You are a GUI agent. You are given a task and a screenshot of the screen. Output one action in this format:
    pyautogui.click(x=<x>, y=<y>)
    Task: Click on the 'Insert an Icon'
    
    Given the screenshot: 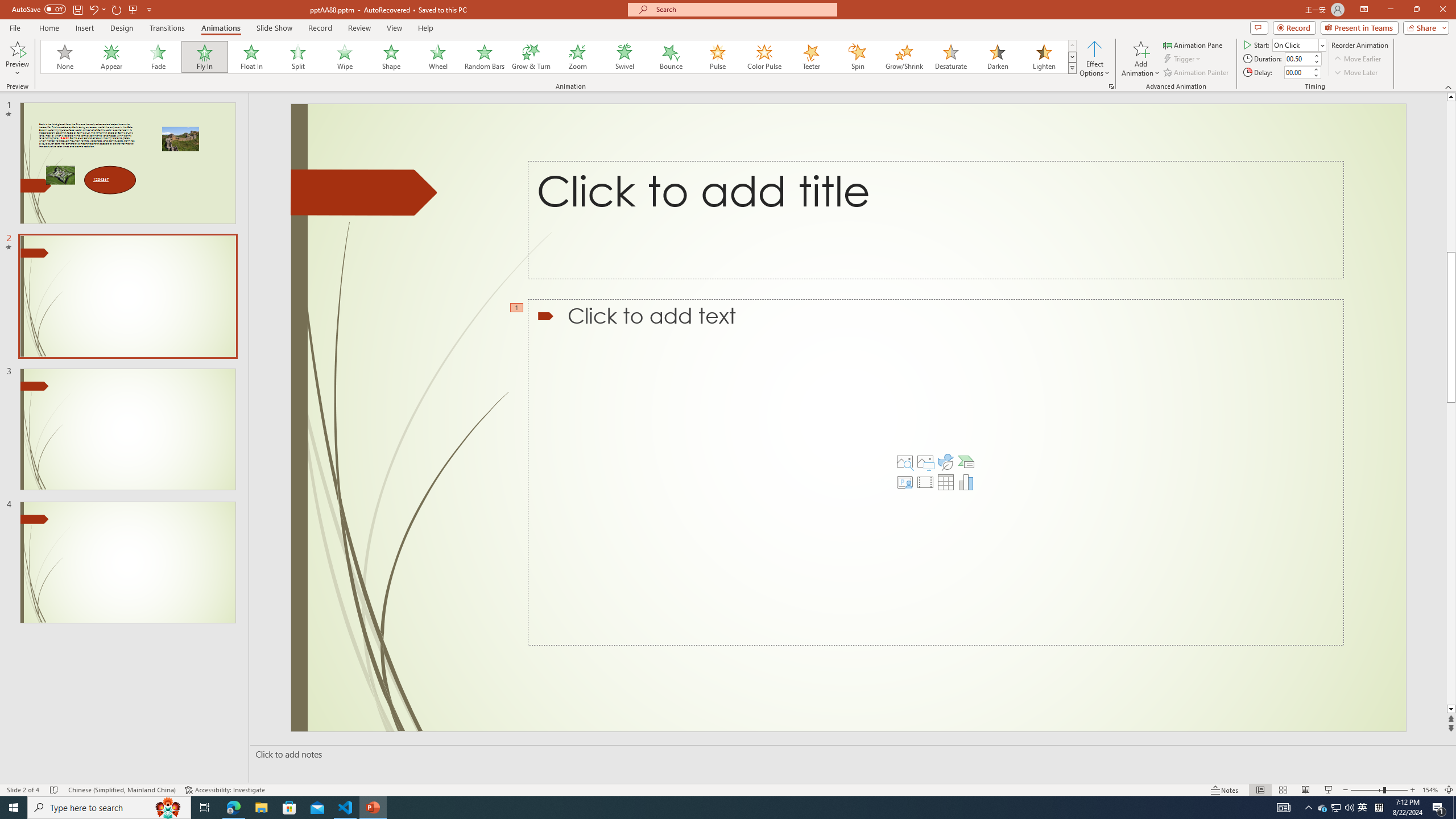 What is the action you would take?
    pyautogui.click(x=945, y=461)
    